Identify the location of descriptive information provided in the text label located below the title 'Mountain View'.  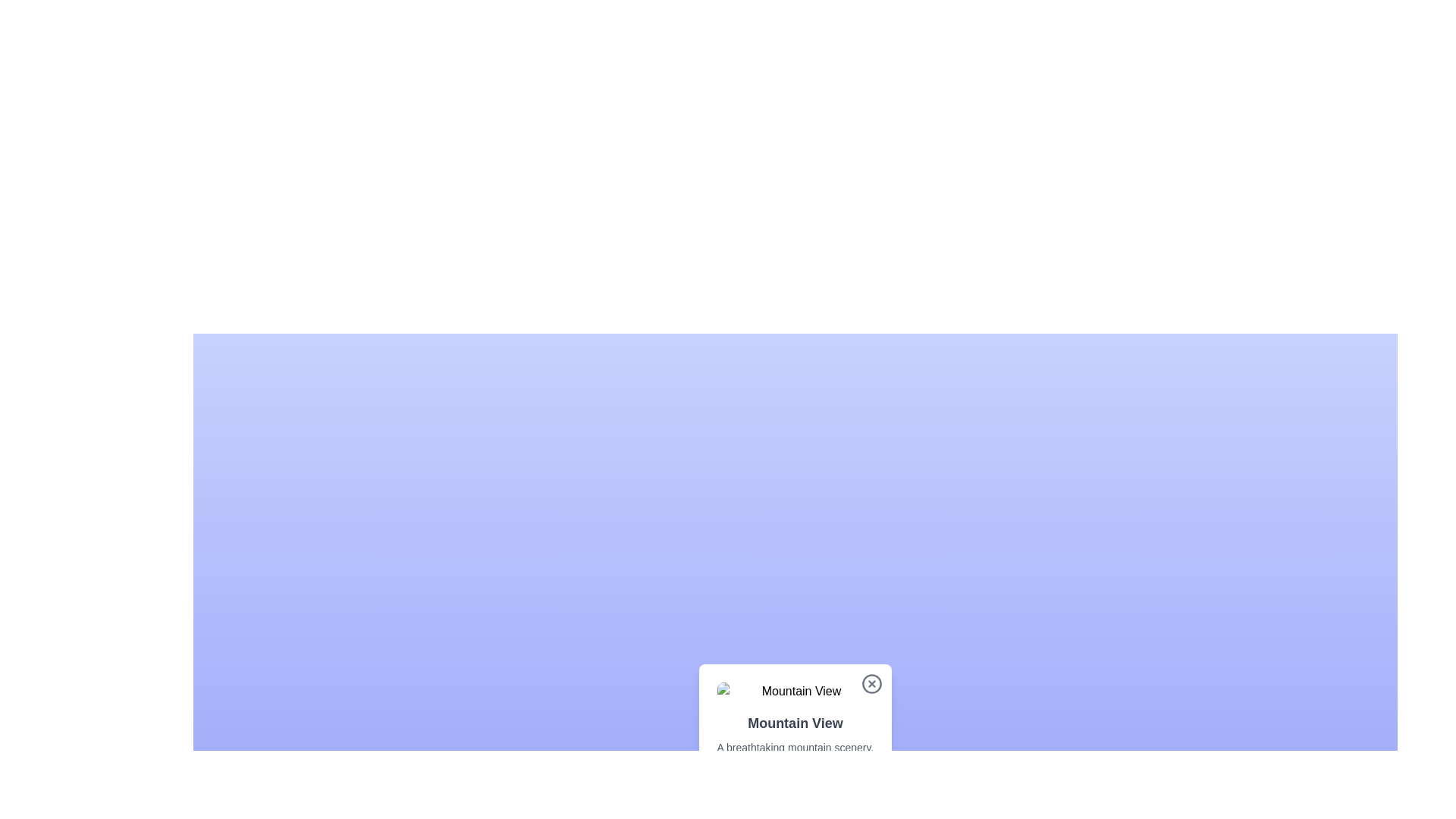
(794, 747).